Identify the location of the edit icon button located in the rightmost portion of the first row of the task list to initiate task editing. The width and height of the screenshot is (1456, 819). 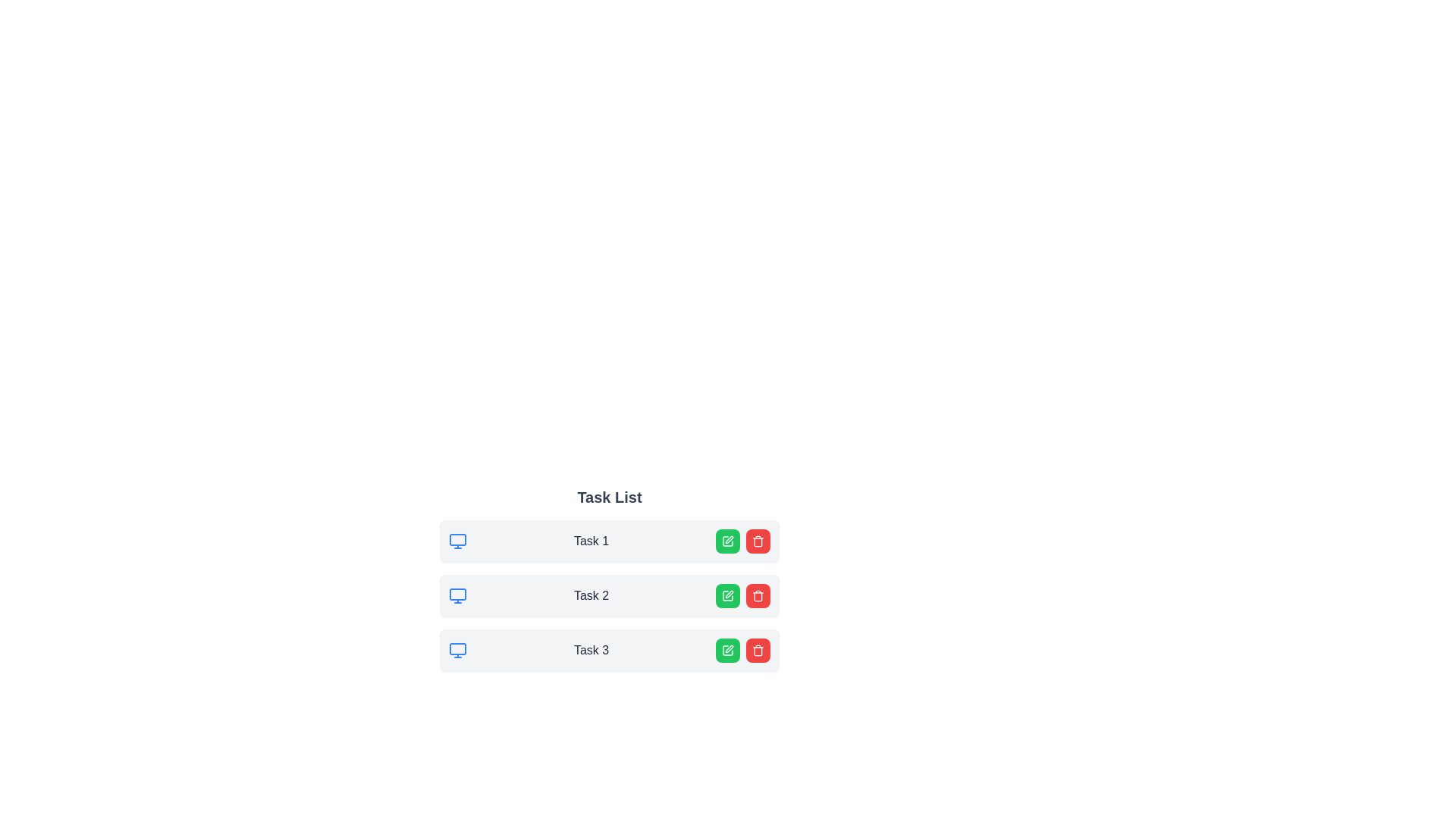
(728, 540).